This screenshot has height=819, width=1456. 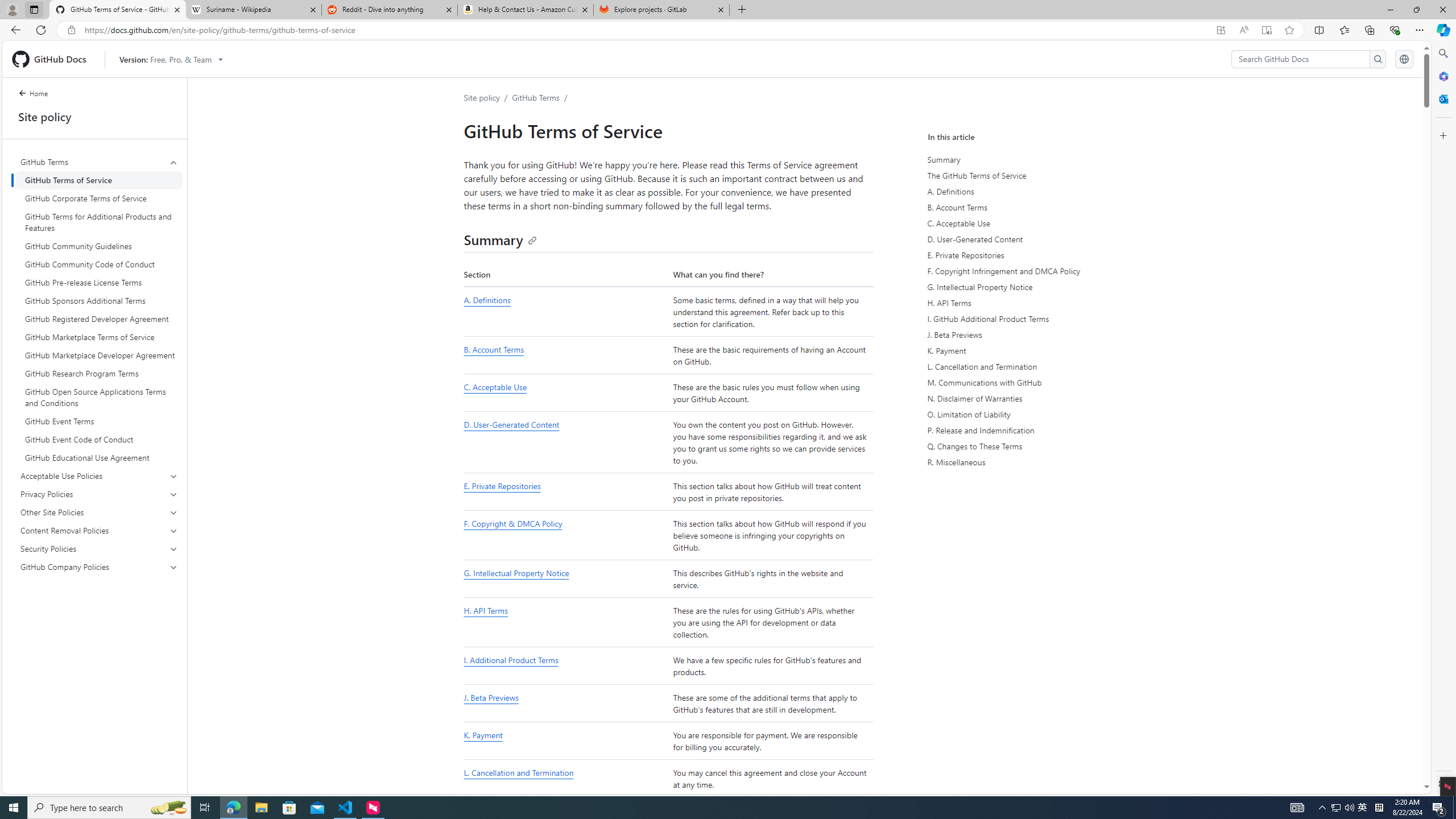 What do you see at coordinates (99, 420) in the screenshot?
I see `'GitHub Event Terms'` at bounding box center [99, 420].